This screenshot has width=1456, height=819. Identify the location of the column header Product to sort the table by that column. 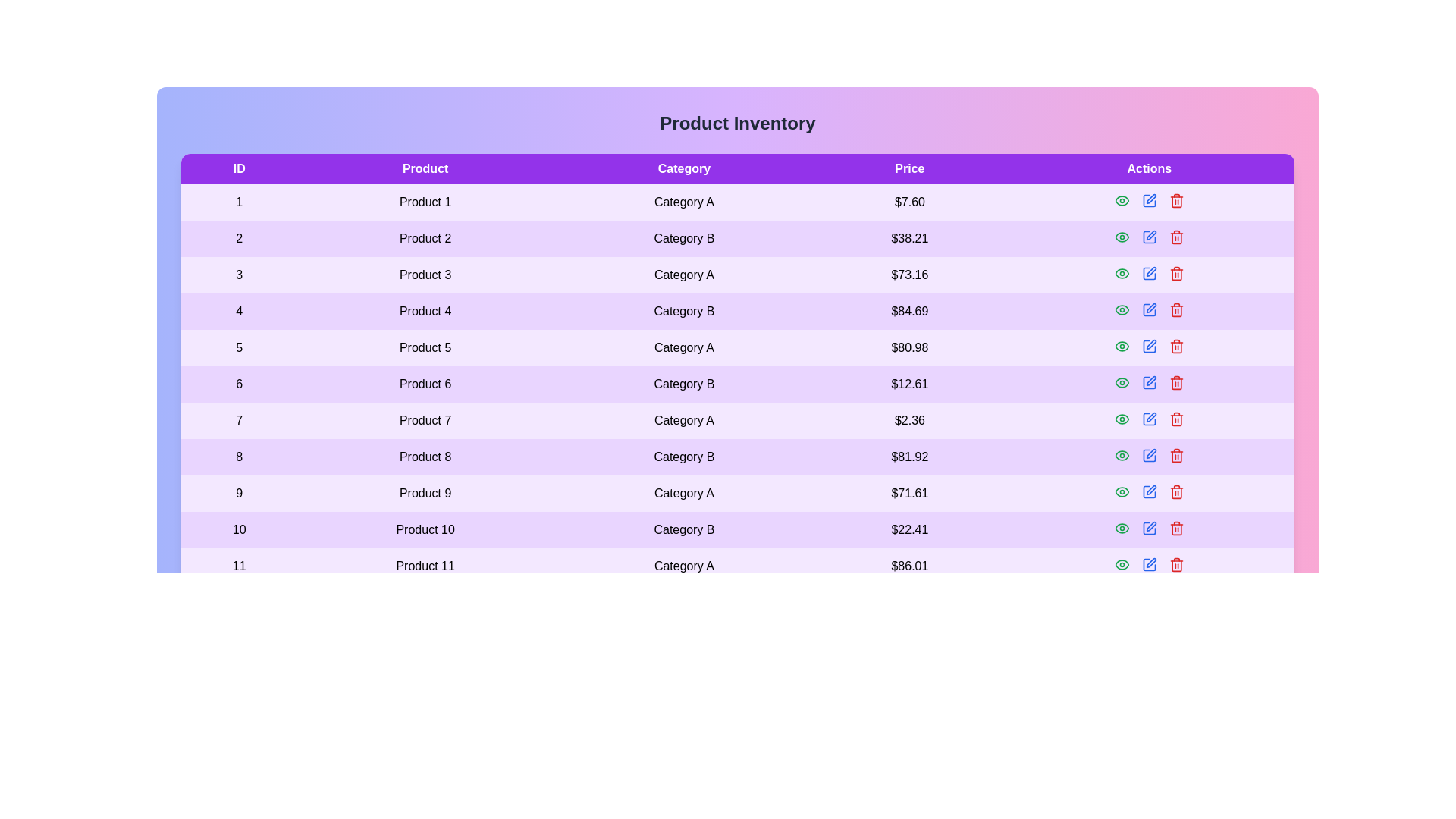
(425, 169).